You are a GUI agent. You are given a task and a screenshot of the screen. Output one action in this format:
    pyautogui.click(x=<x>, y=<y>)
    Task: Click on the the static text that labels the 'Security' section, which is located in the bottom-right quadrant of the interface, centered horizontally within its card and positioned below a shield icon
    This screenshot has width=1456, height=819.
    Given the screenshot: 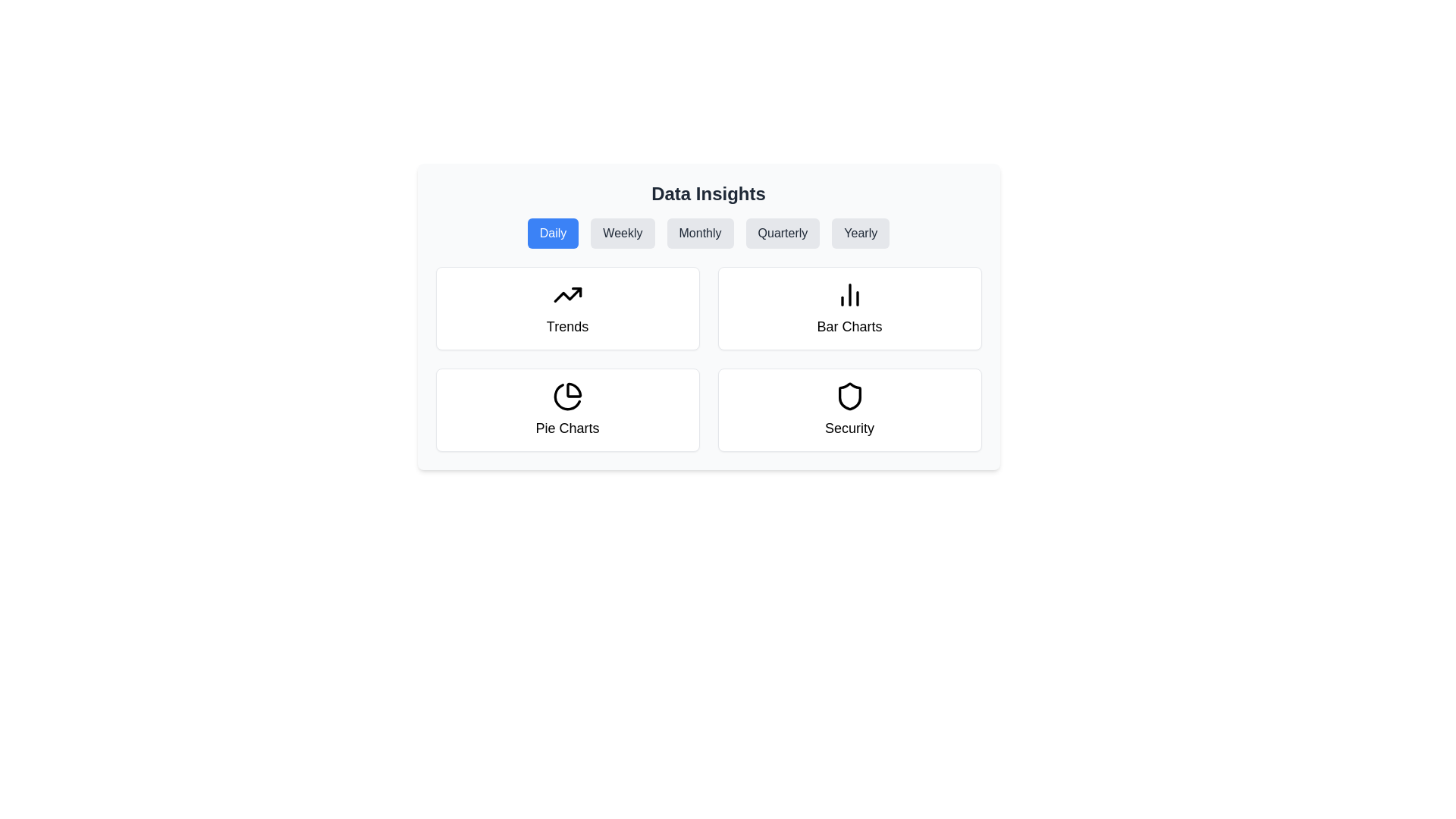 What is the action you would take?
    pyautogui.click(x=849, y=428)
    